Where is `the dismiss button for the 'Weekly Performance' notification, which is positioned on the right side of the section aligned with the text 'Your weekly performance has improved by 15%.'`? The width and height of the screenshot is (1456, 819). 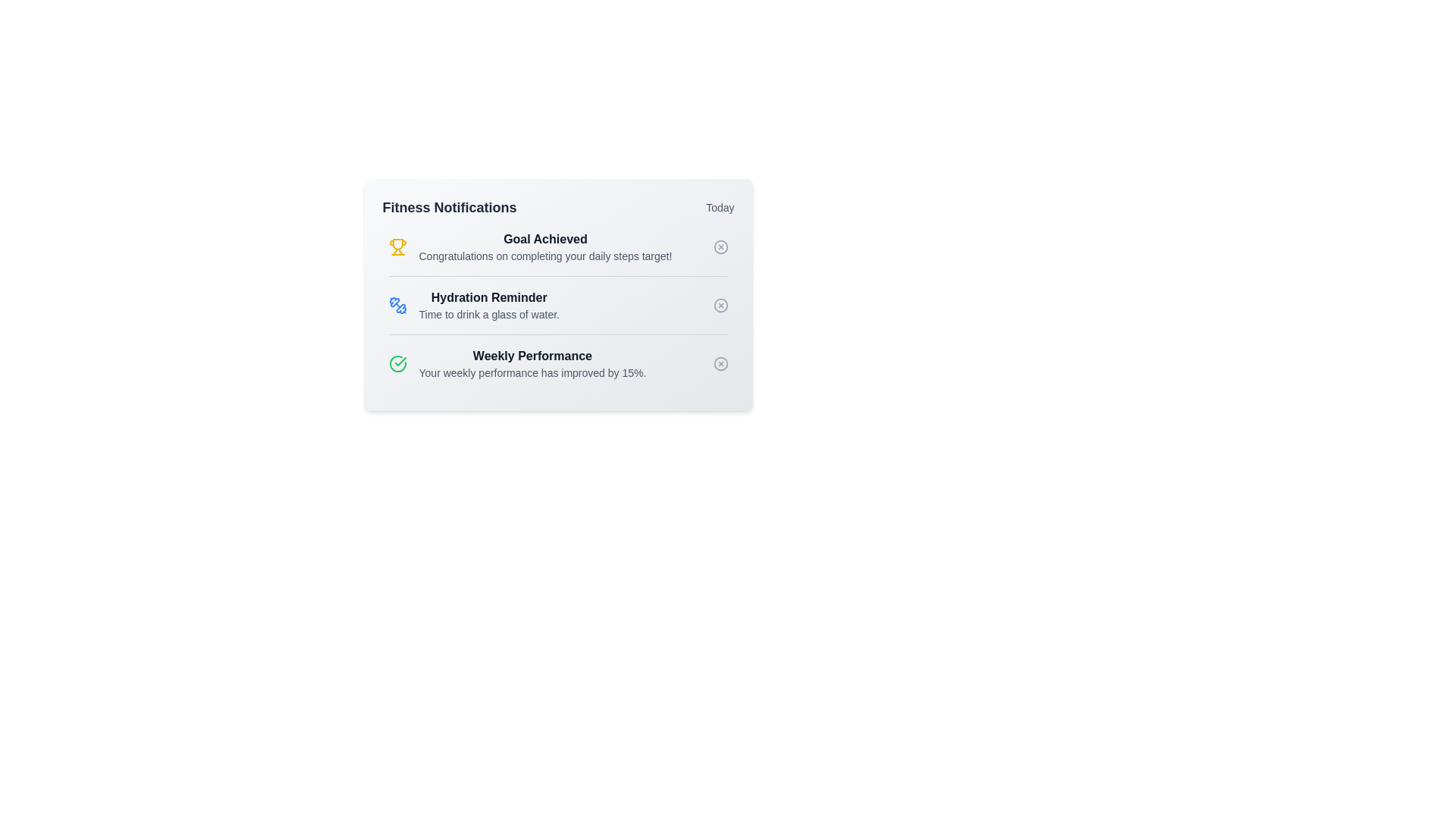
the dismiss button for the 'Weekly Performance' notification, which is positioned on the right side of the section aligned with the text 'Your weekly performance has improved by 15%.' is located at coordinates (720, 363).